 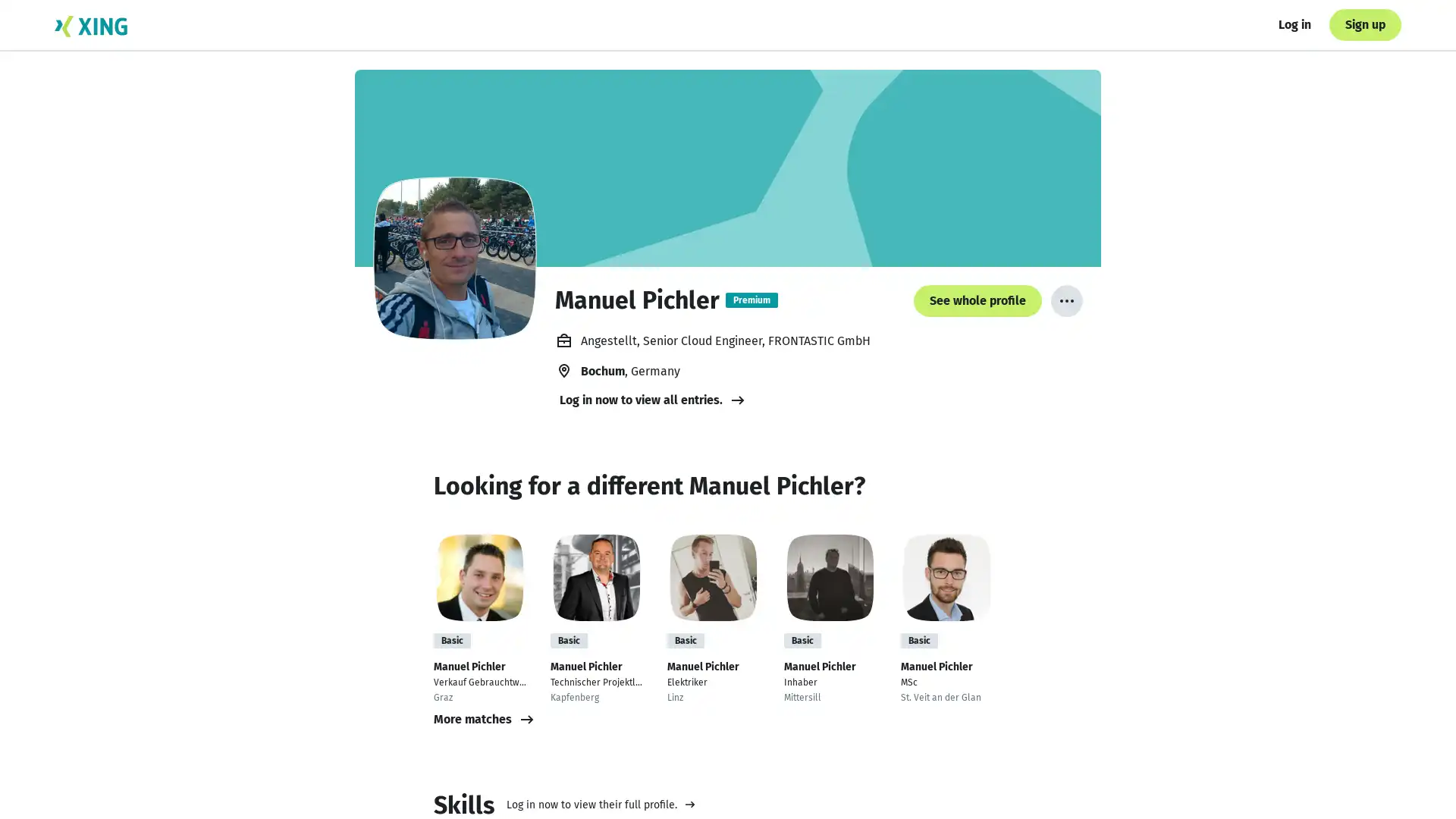 I want to click on See whole profile, so click(x=977, y=301).